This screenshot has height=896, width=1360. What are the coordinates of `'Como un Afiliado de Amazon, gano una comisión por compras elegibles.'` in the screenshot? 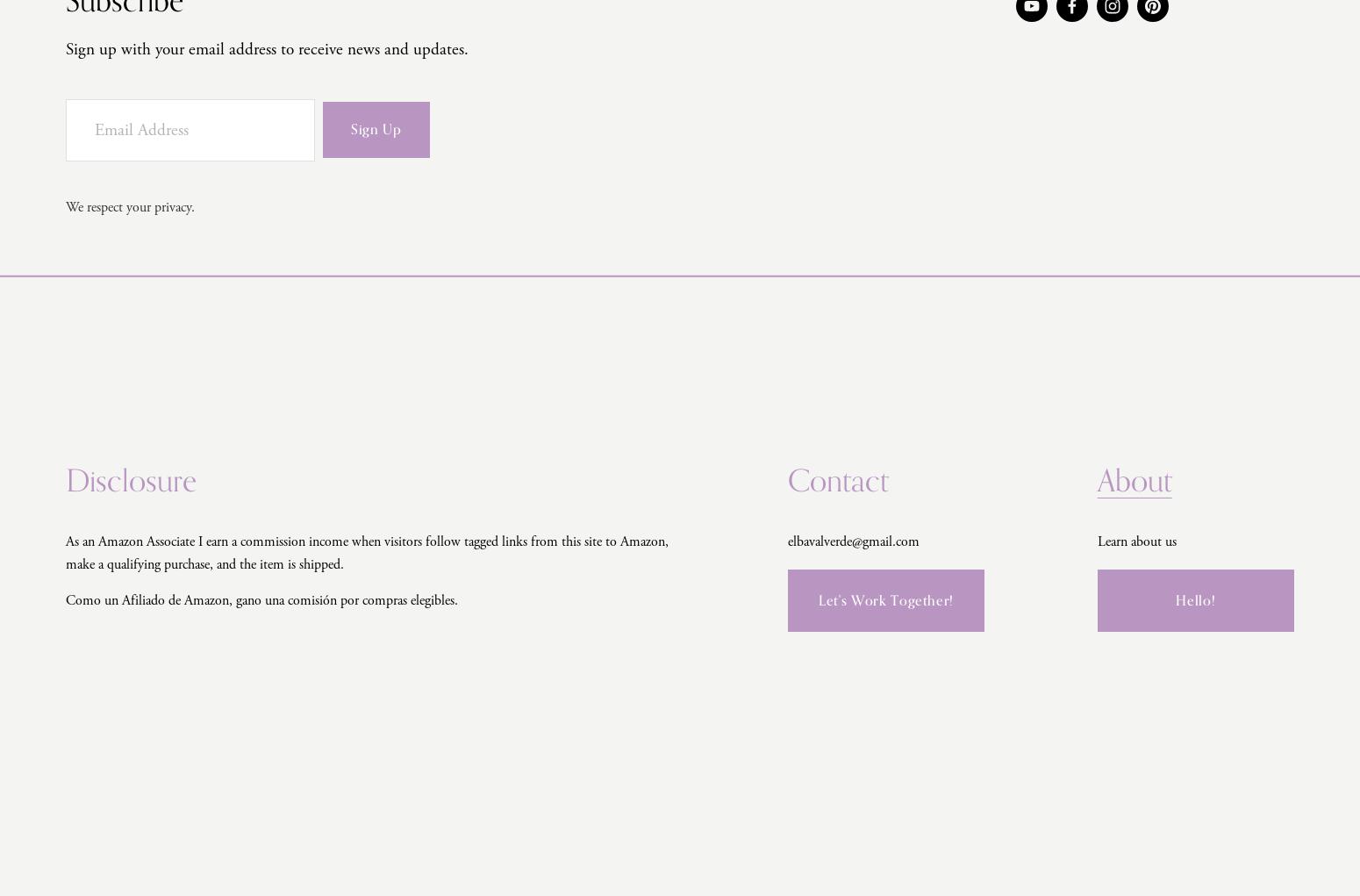 It's located at (261, 600).